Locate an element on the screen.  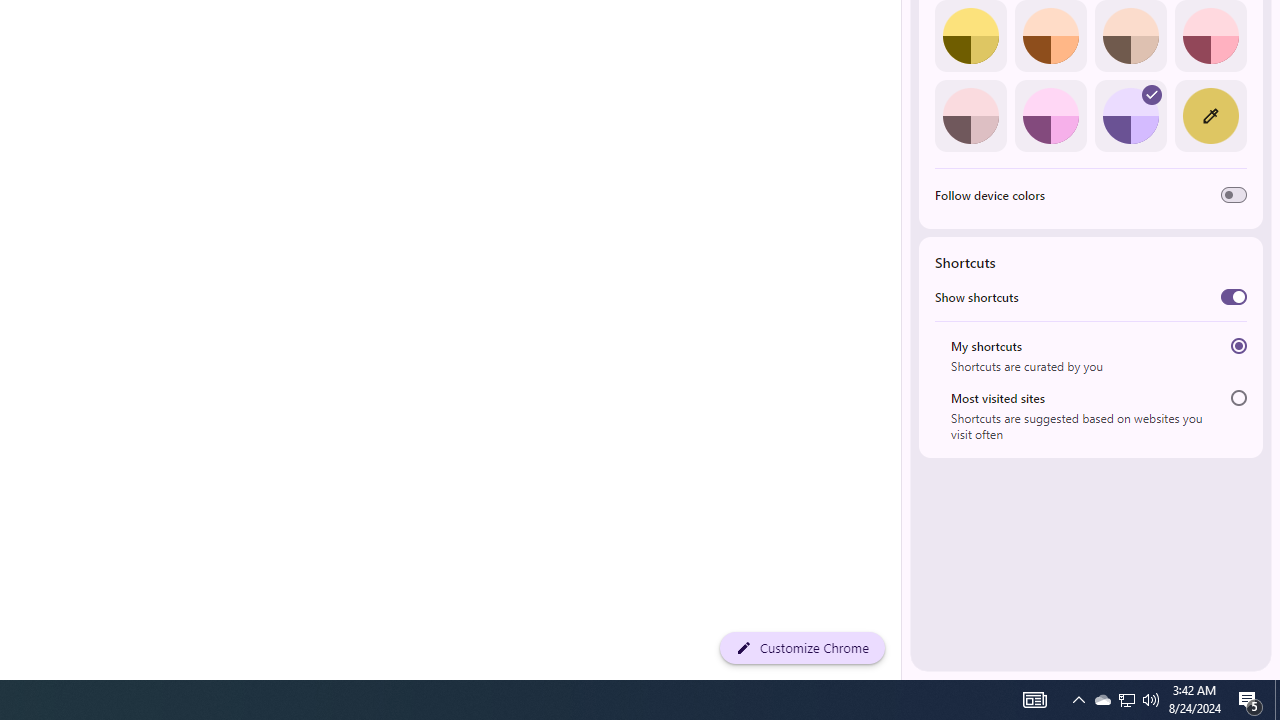
'Fuchsia' is located at coordinates (1049, 115).